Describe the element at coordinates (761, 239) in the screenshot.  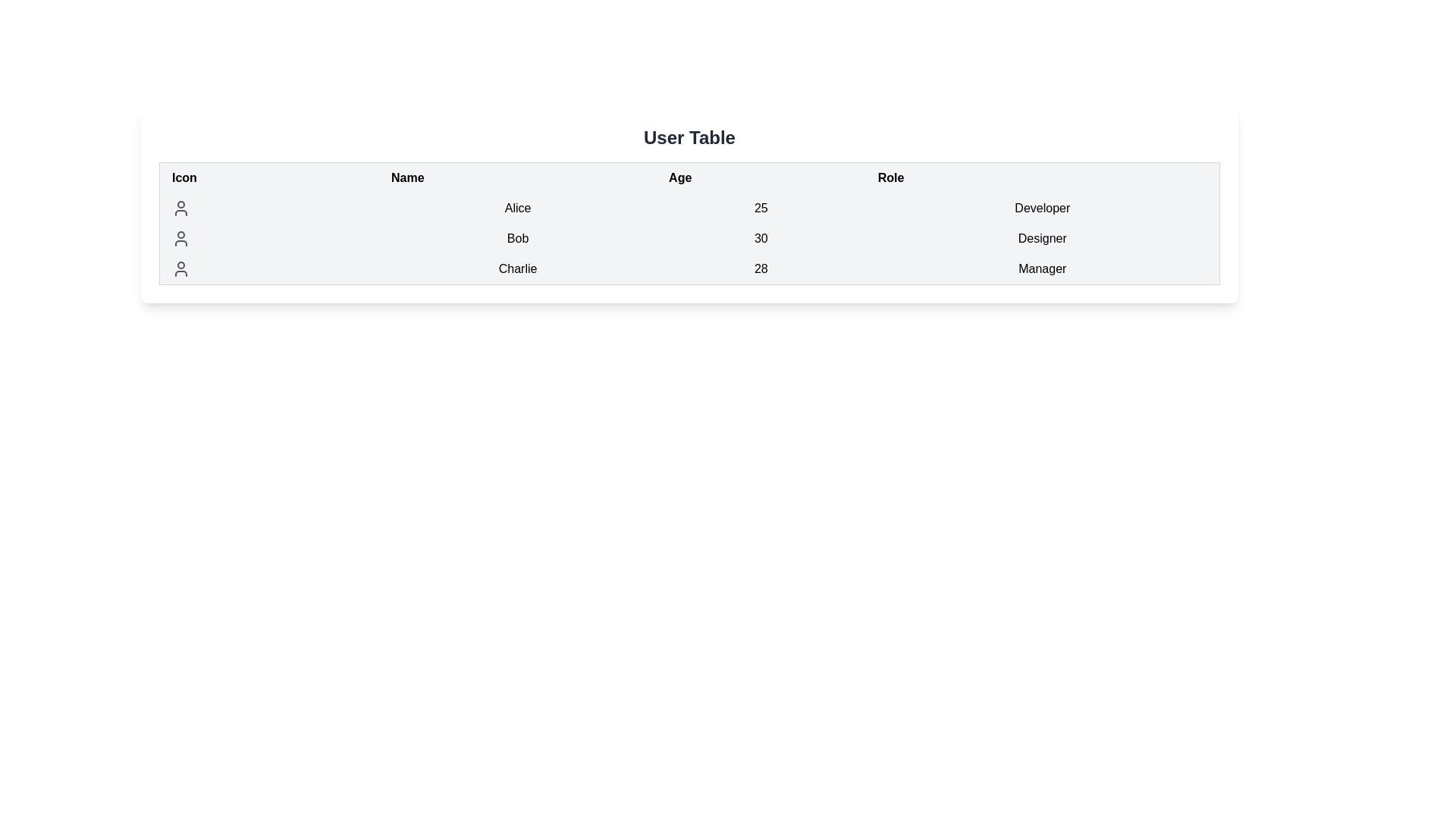
I see `the static text displaying the age of 'Bob', which is 30, located in the 'Age' column of the user details table` at that location.